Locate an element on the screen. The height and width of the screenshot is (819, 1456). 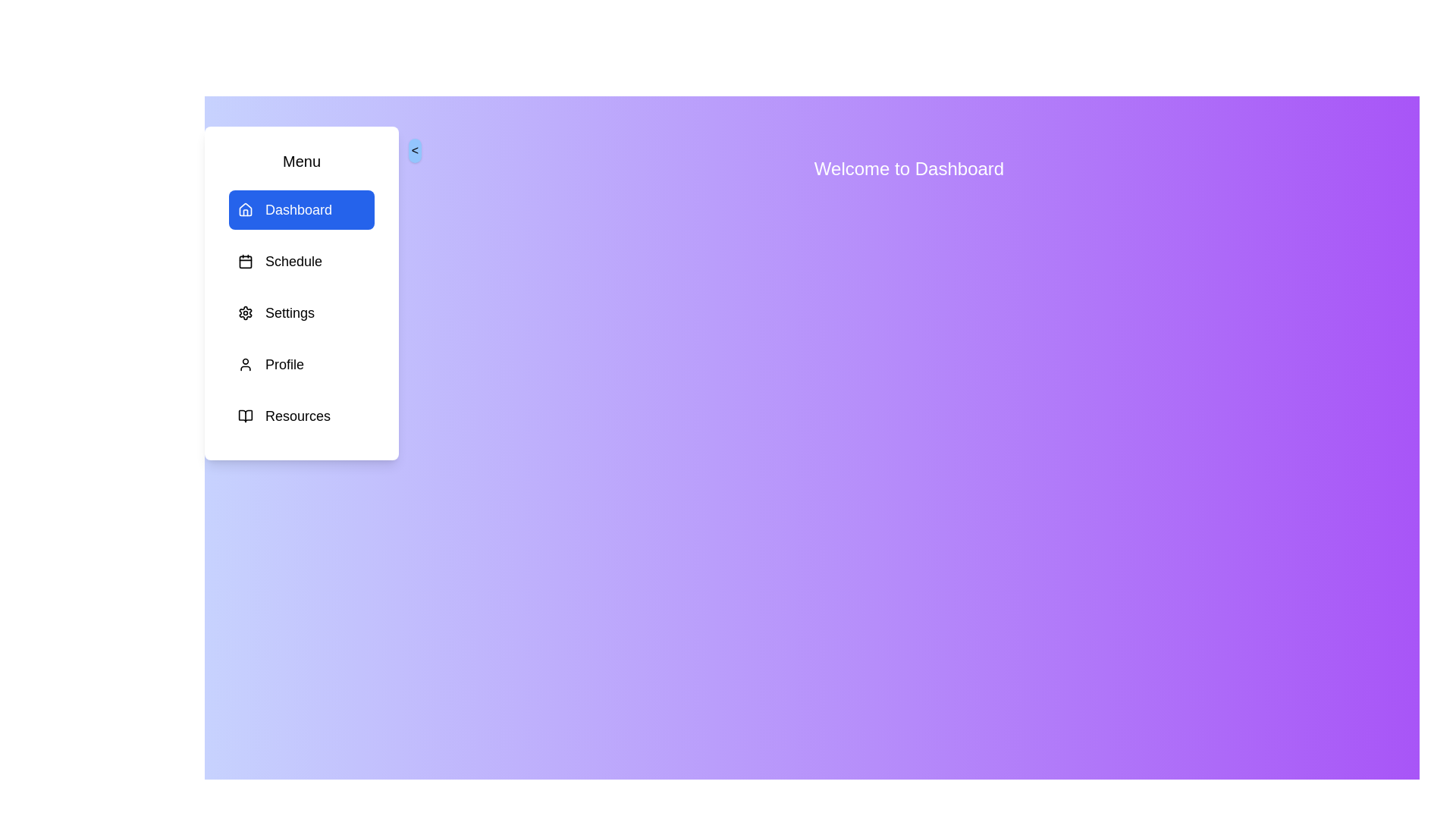
the menu item Dashboard to observe its hover effect is located at coordinates (302, 210).